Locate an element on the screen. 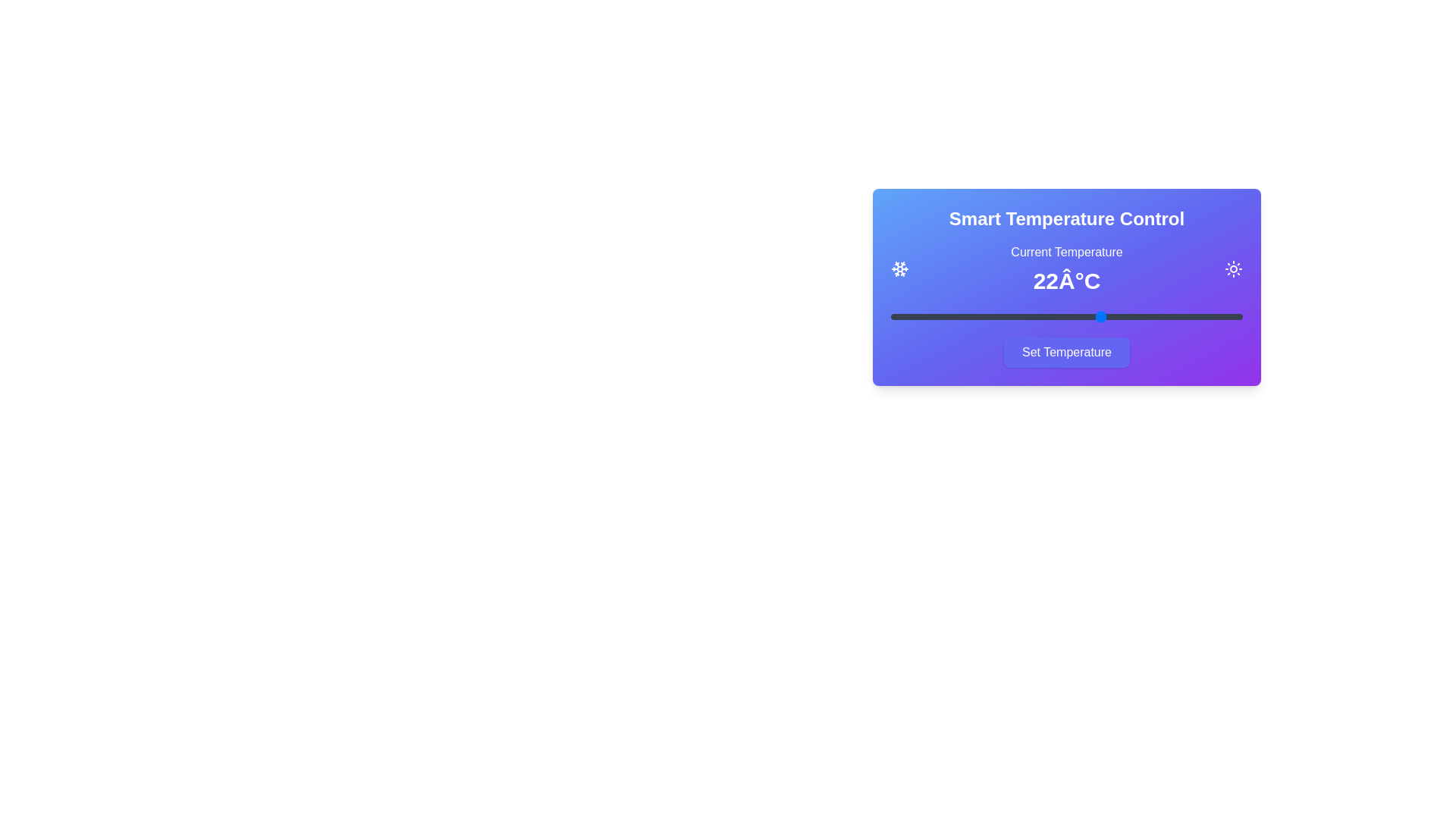 Image resolution: width=1456 pixels, height=819 pixels. the temperature slider is located at coordinates (1014, 315).